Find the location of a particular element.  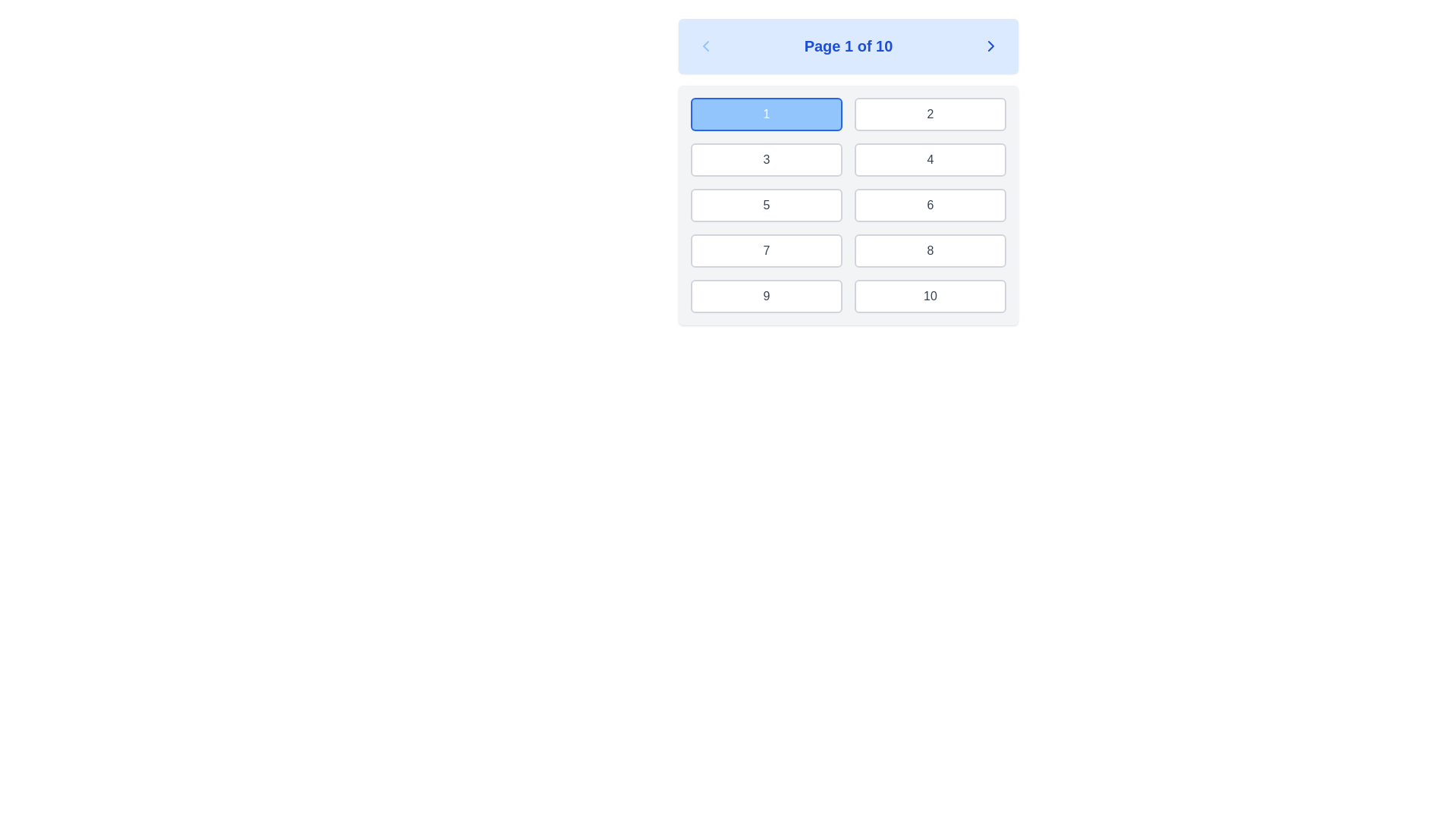

the rectangular button displaying the number '6', which has a white background and gray text is located at coordinates (930, 205).